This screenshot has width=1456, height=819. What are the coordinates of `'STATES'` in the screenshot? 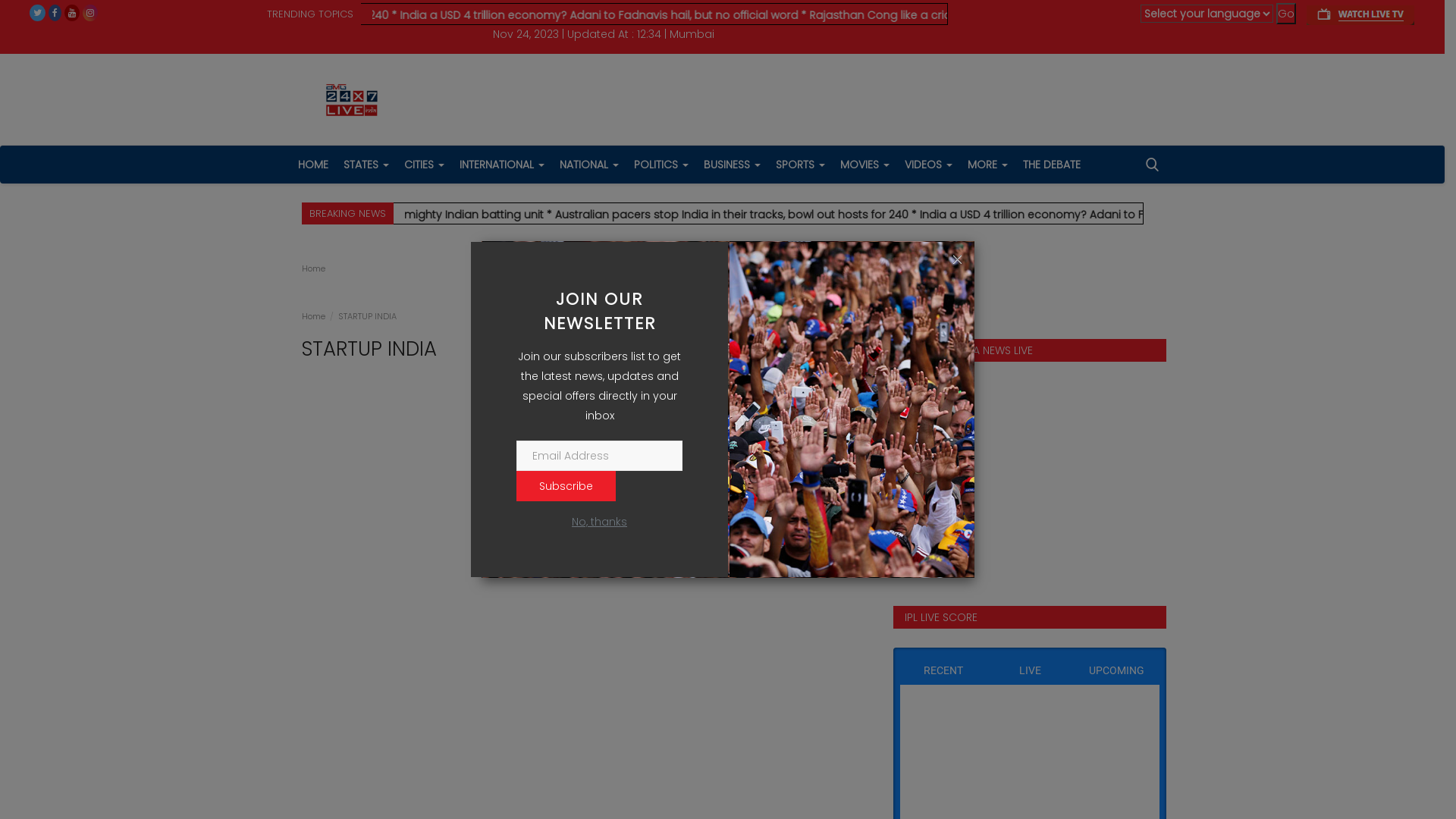 It's located at (365, 164).